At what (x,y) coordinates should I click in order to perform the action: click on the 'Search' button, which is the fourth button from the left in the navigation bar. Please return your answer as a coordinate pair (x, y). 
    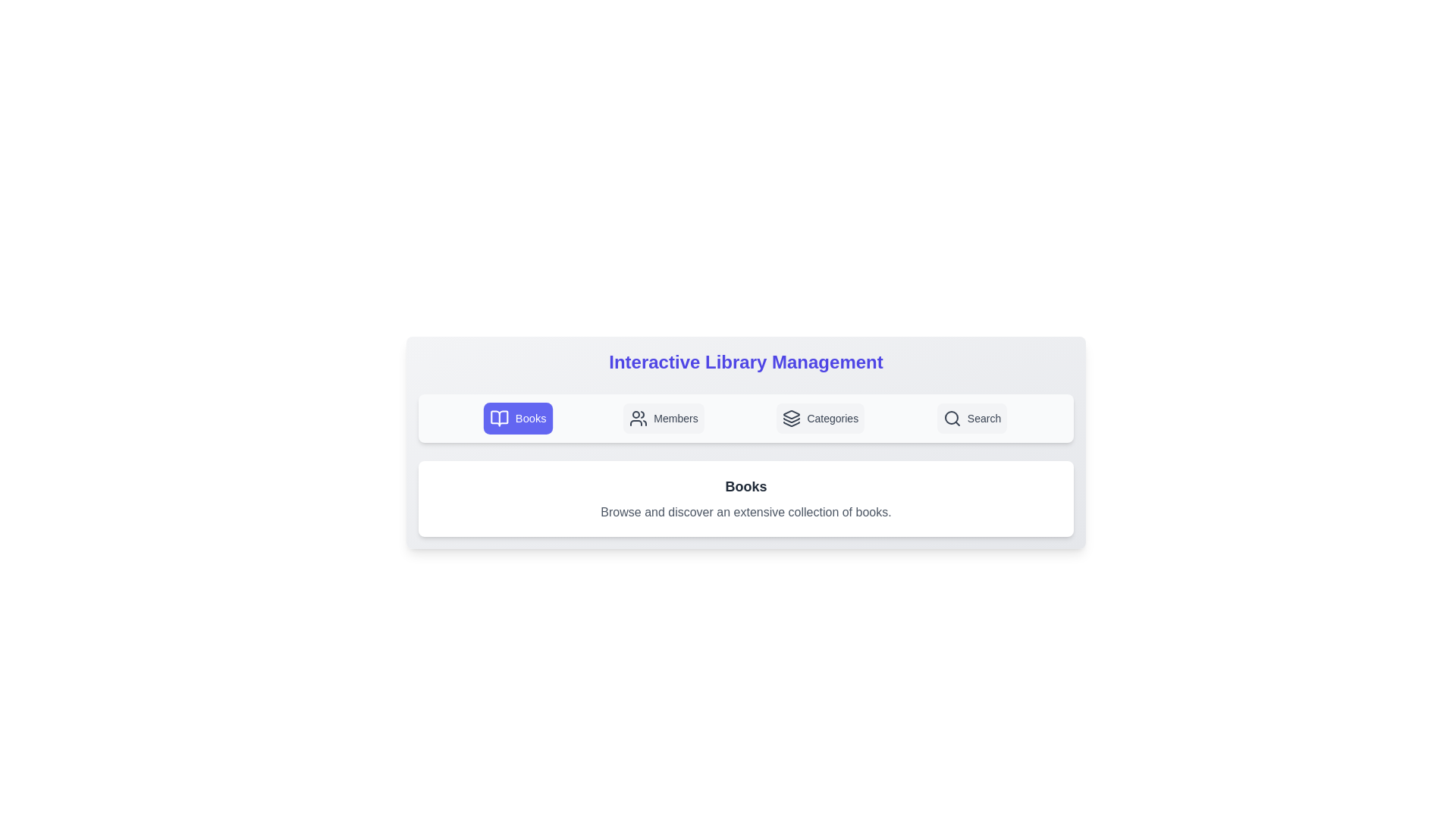
    Looking at the image, I should click on (971, 418).